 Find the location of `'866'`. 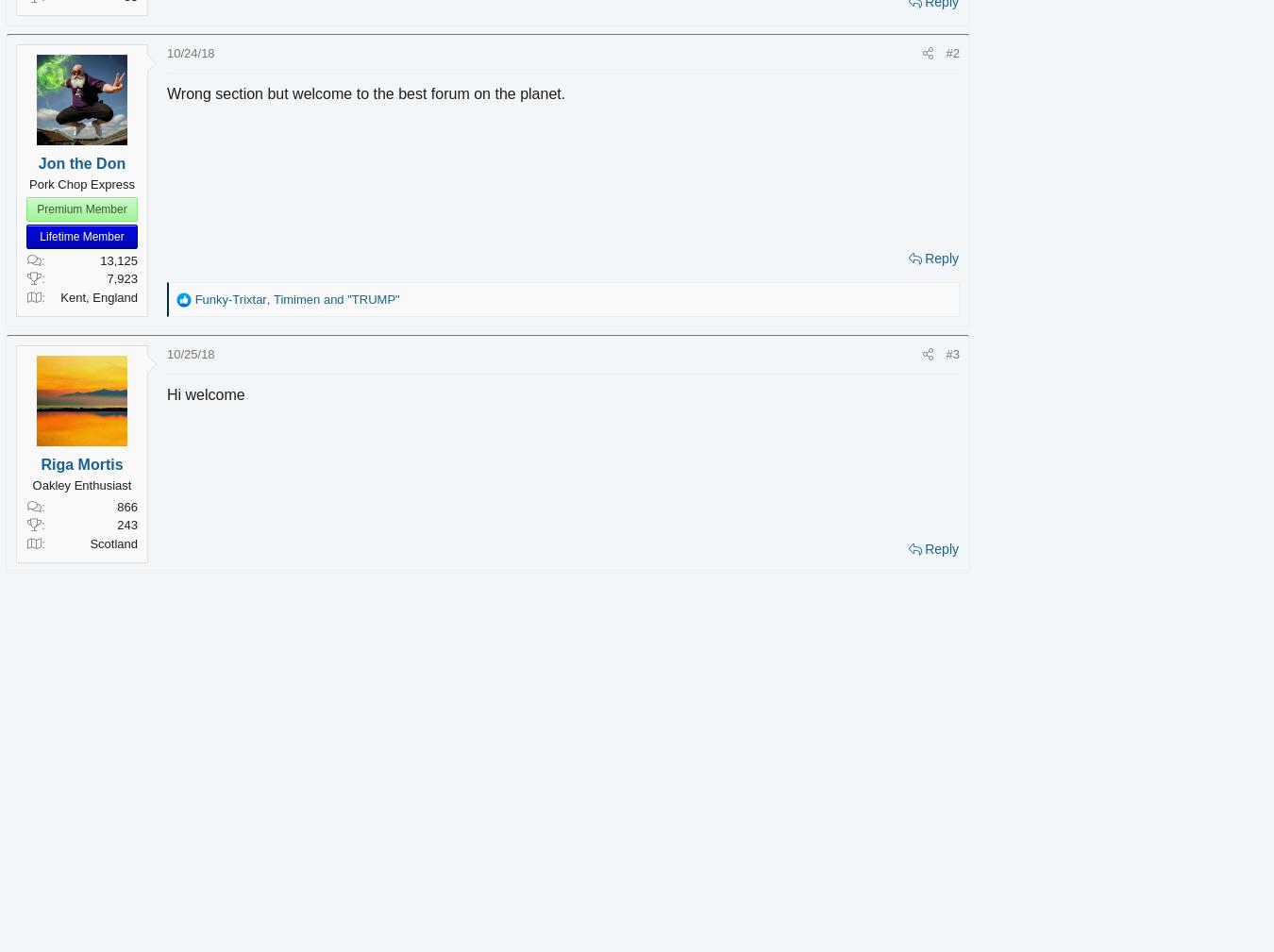

'866' is located at coordinates (155, 506).